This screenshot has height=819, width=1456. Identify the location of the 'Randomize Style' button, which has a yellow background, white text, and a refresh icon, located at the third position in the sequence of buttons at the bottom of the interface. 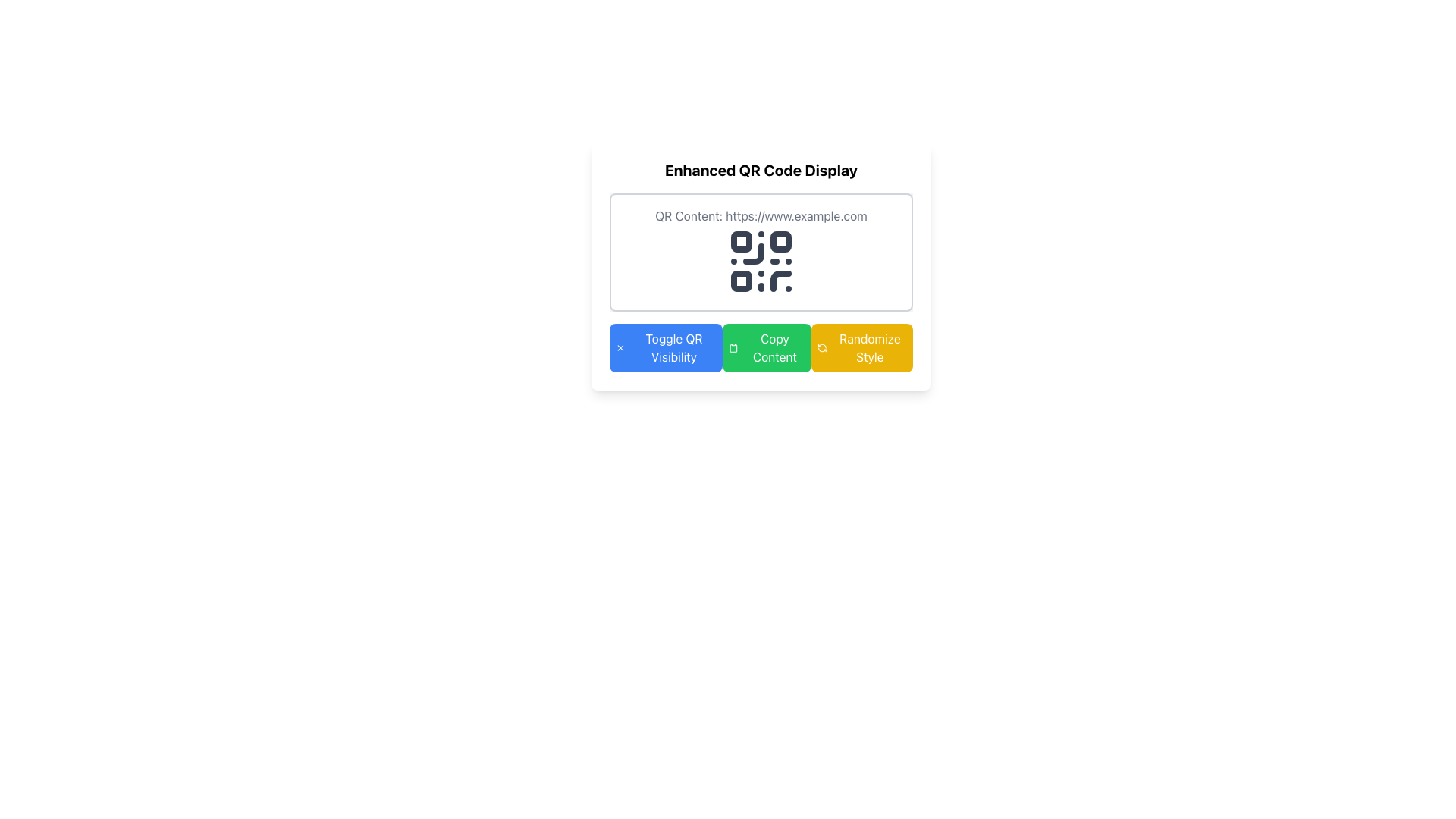
(862, 348).